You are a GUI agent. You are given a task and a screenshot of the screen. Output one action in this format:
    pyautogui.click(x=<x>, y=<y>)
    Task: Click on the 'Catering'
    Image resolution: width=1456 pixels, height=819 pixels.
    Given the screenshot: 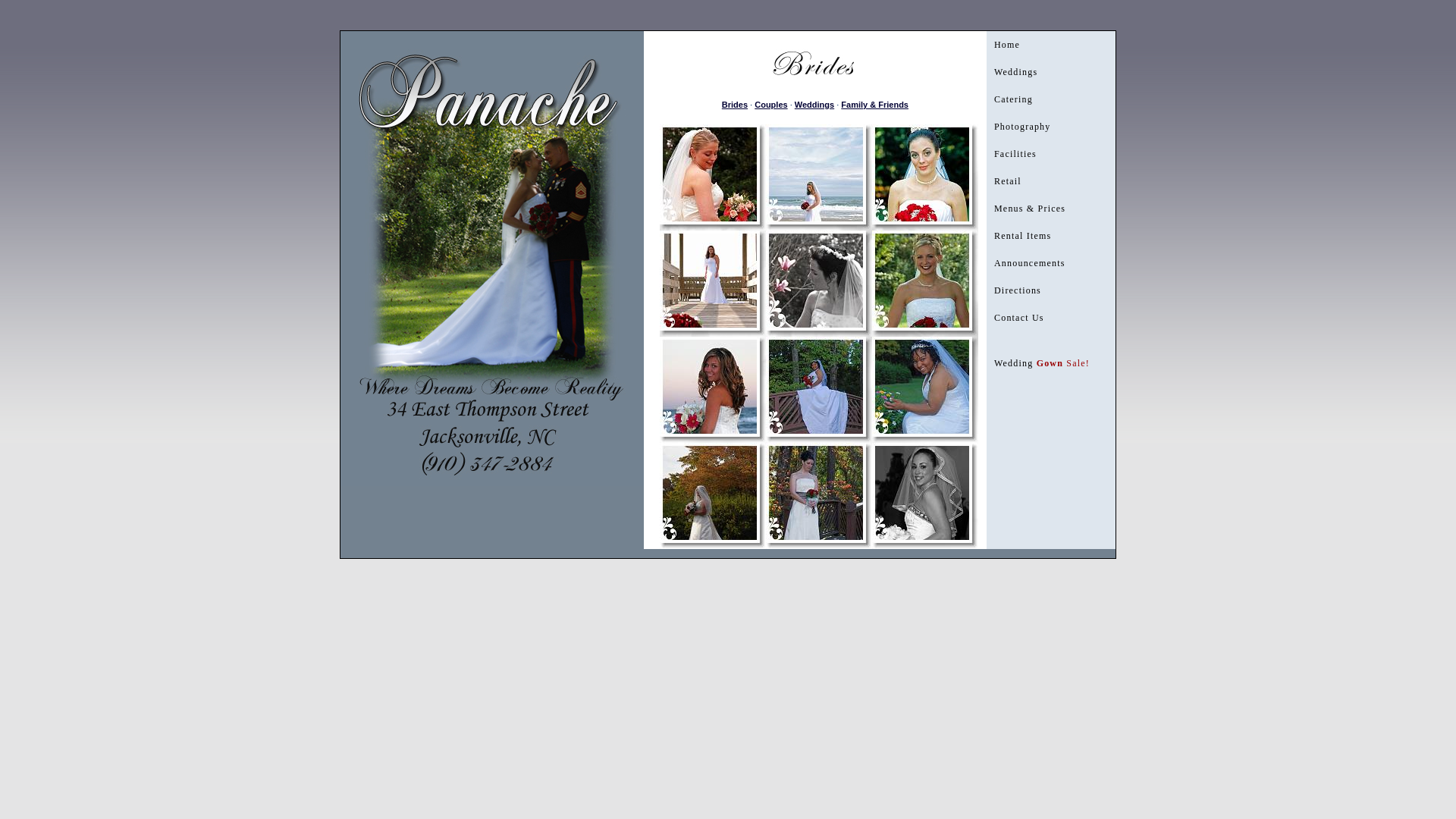 What is the action you would take?
    pyautogui.click(x=1050, y=99)
    